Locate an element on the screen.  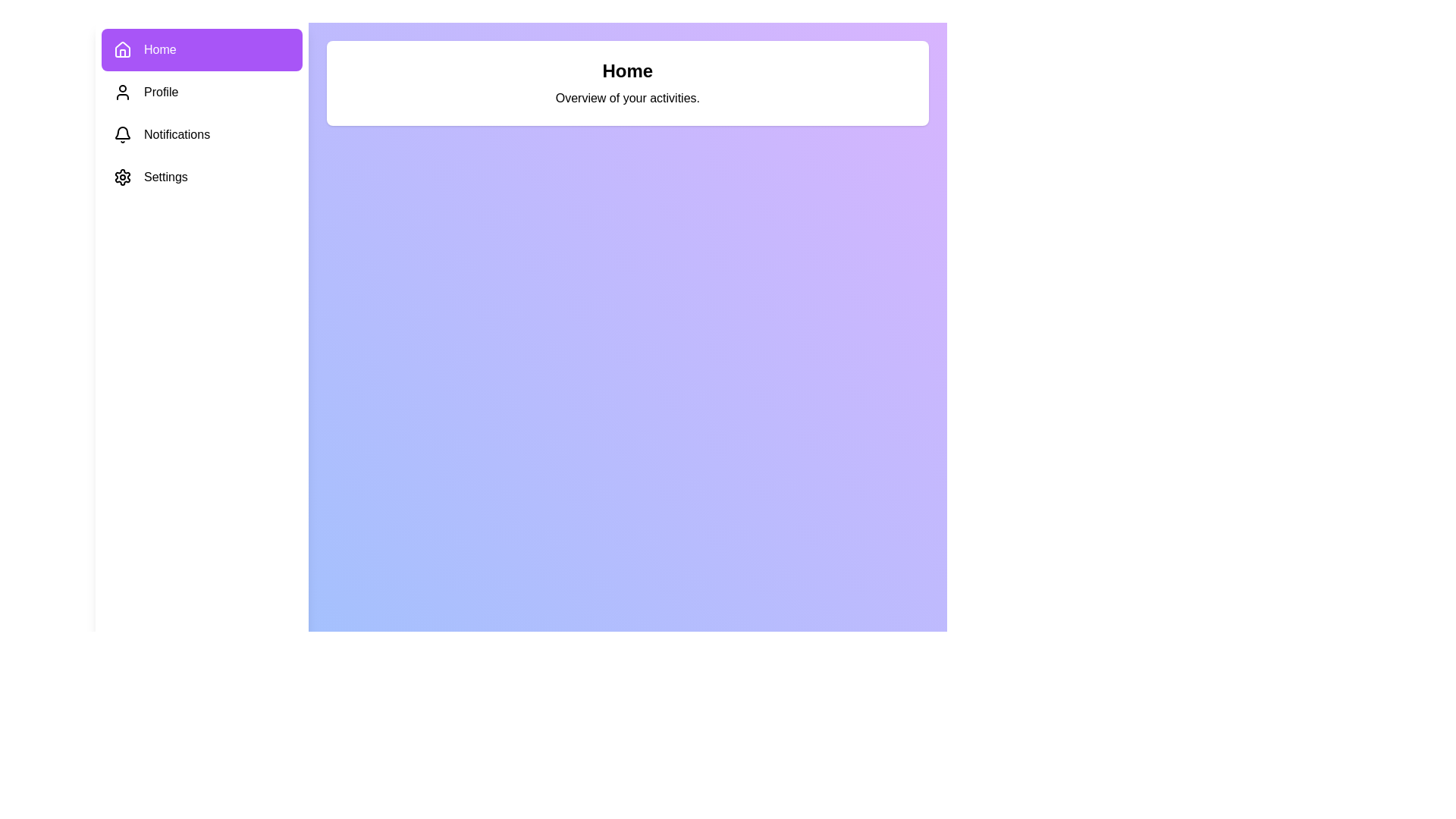
the tab labeled Home to view its content is located at coordinates (201, 49).